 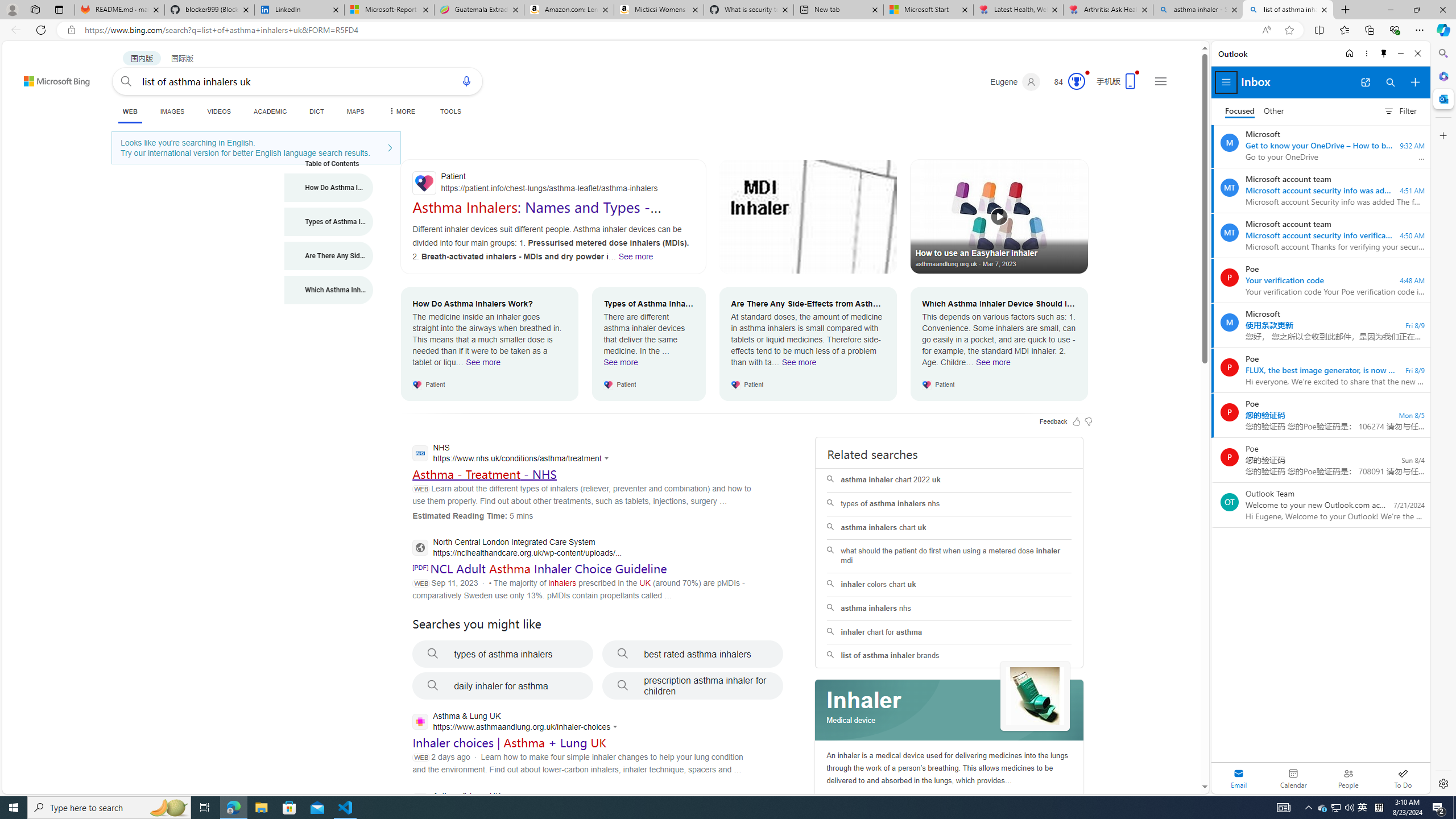 What do you see at coordinates (949, 656) in the screenshot?
I see `'list of asthma inhaler brands'` at bounding box center [949, 656].